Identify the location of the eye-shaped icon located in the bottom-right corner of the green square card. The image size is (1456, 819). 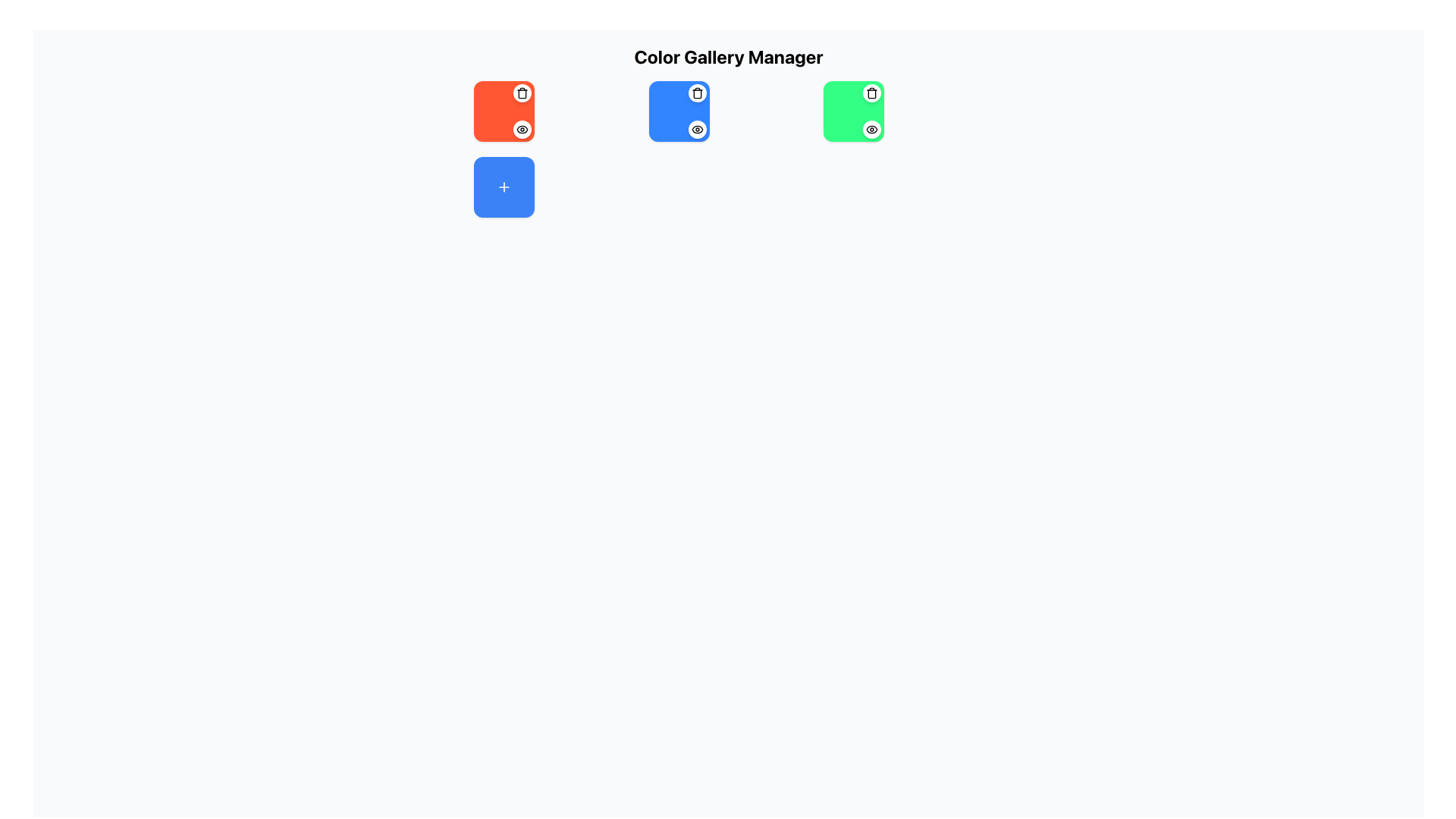
(872, 128).